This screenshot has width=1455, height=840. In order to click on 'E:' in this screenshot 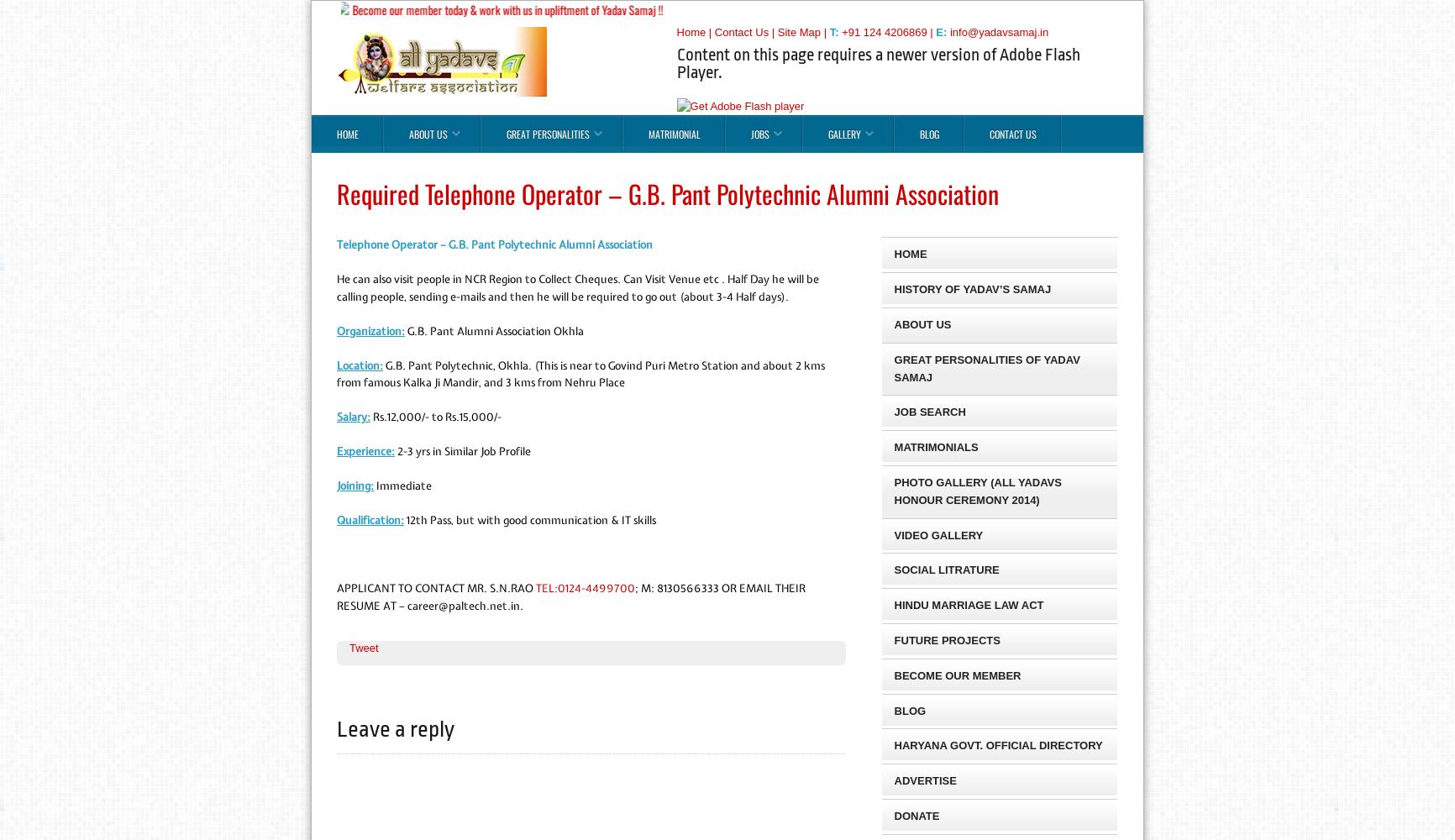, I will do `click(935, 31)`.